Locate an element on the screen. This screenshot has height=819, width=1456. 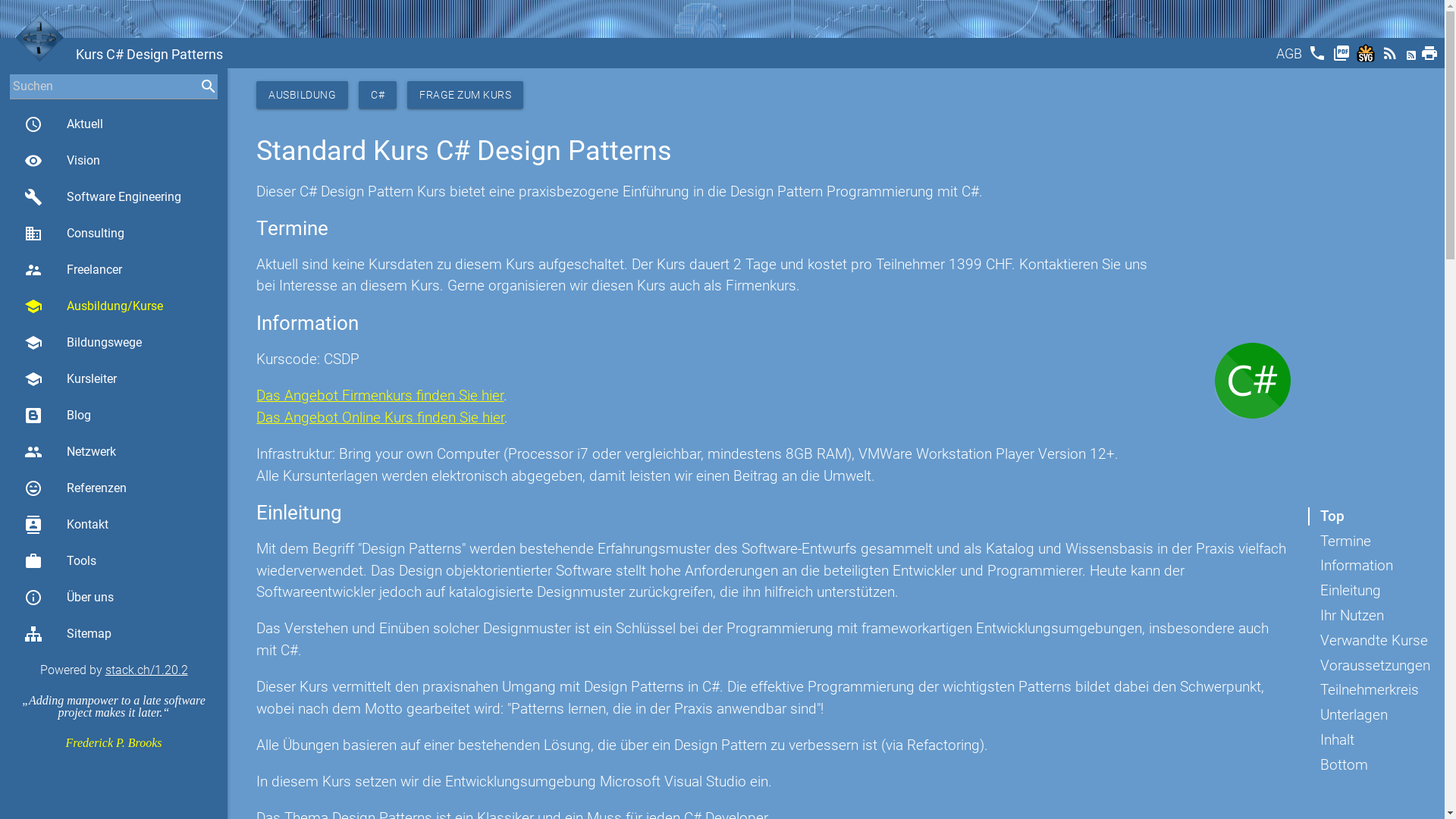
'Ihr Nutzen' is located at coordinates (1346, 616).